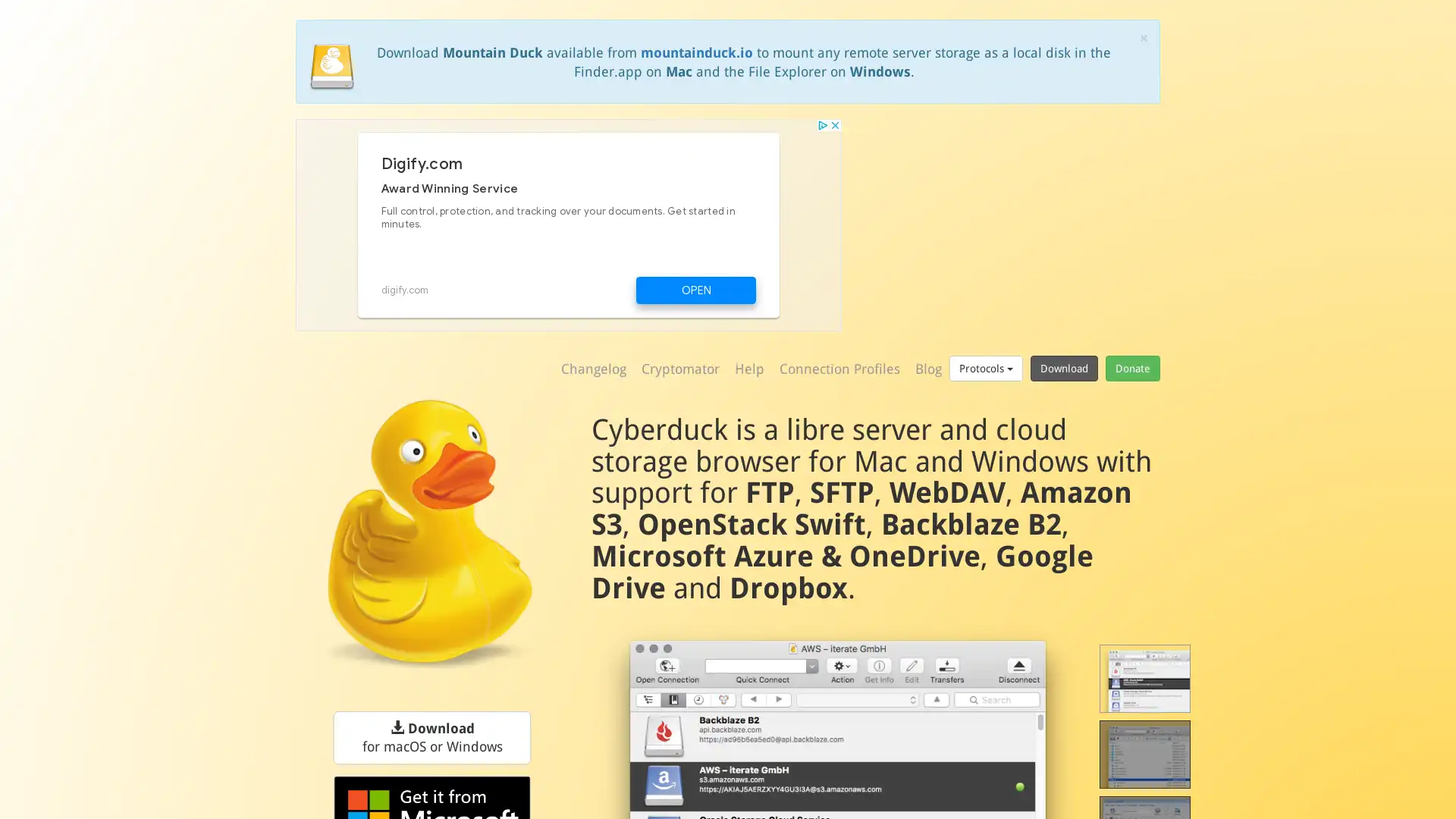 This screenshot has height=819, width=1456. Describe the element at coordinates (1063, 368) in the screenshot. I see `Download` at that location.